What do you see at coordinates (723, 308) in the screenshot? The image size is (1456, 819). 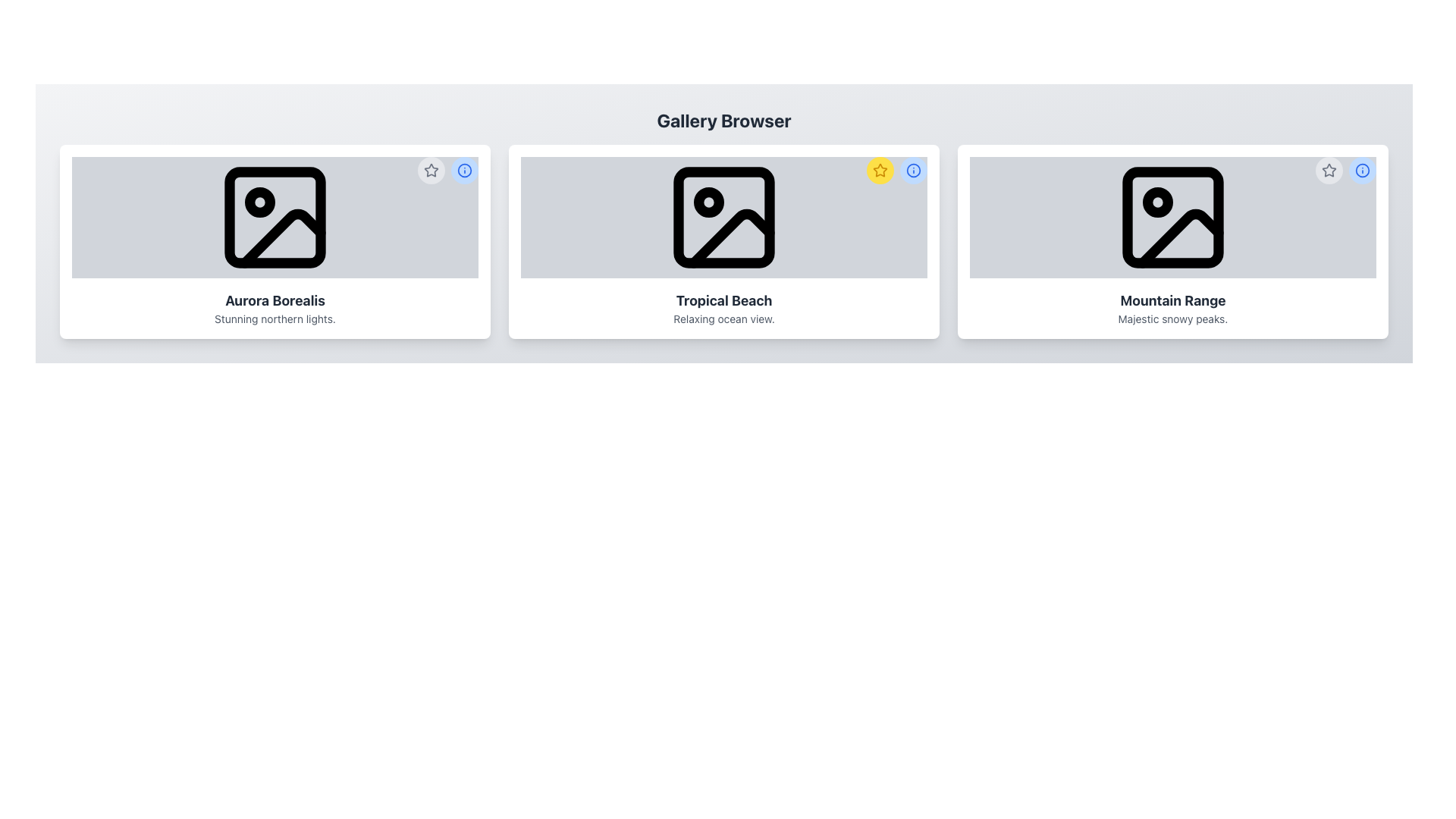 I see `text block titled 'Tropical Beach' located in the middle card of a horizontally aligned set of three cards` at bounding box center [723, 308].